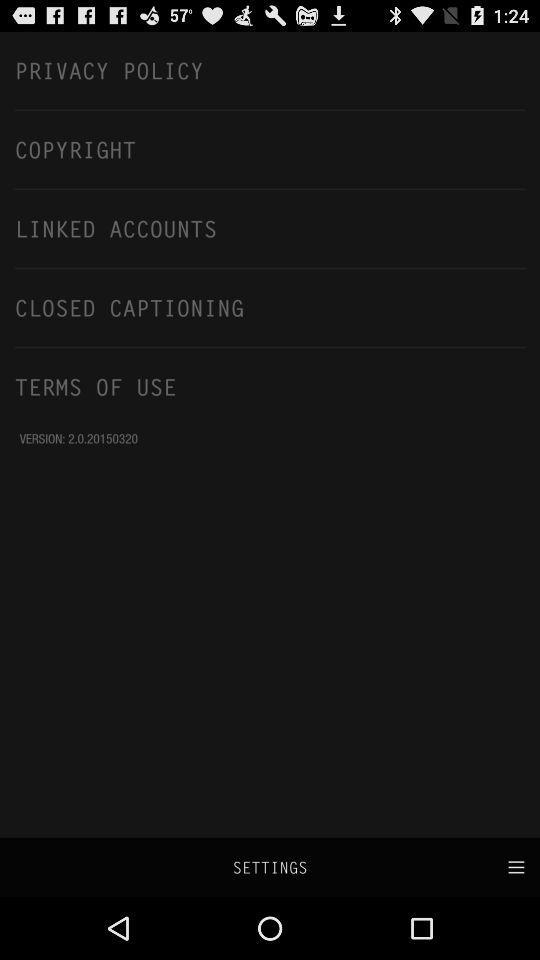  What do you see at coordinates (270, 385) in the screenshot?
I see `the icon above the version 2 0 item` at bounding box center [270, 385].